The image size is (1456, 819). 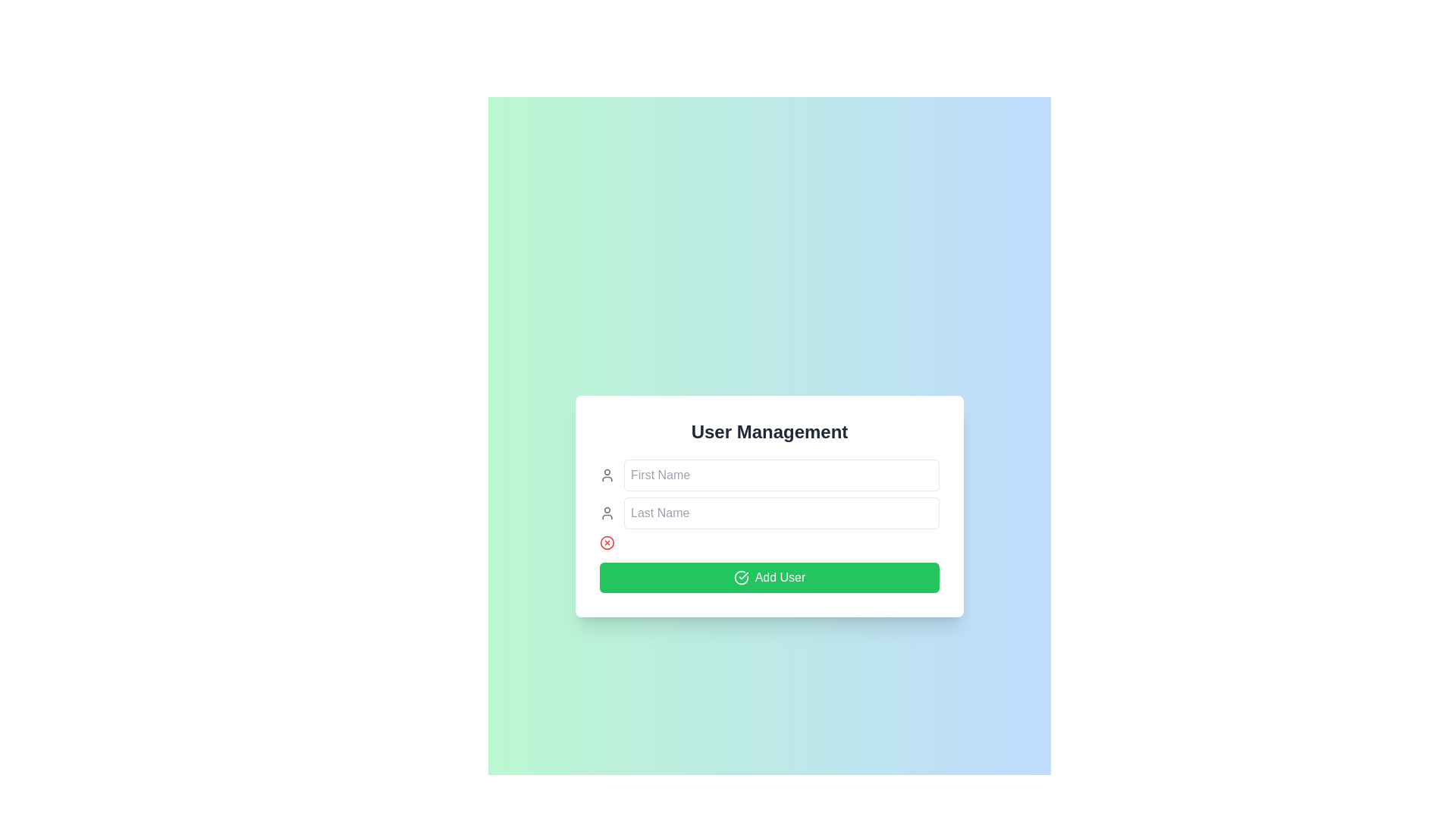 I want to click on the text label within the button that indicates adding a new user, so click(x=780, y=578).